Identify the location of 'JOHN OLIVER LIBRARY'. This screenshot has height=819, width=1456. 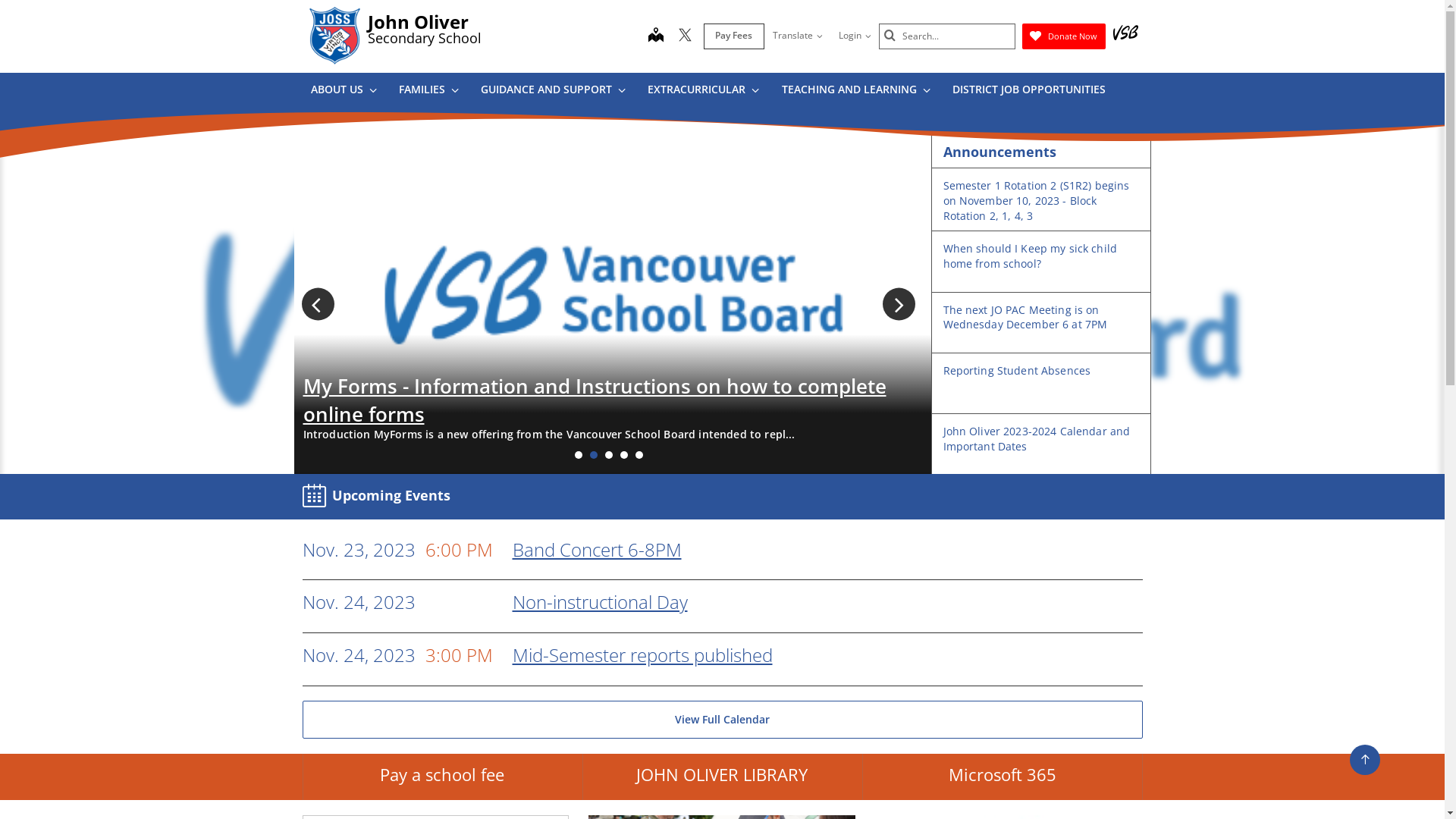
(721, 777).